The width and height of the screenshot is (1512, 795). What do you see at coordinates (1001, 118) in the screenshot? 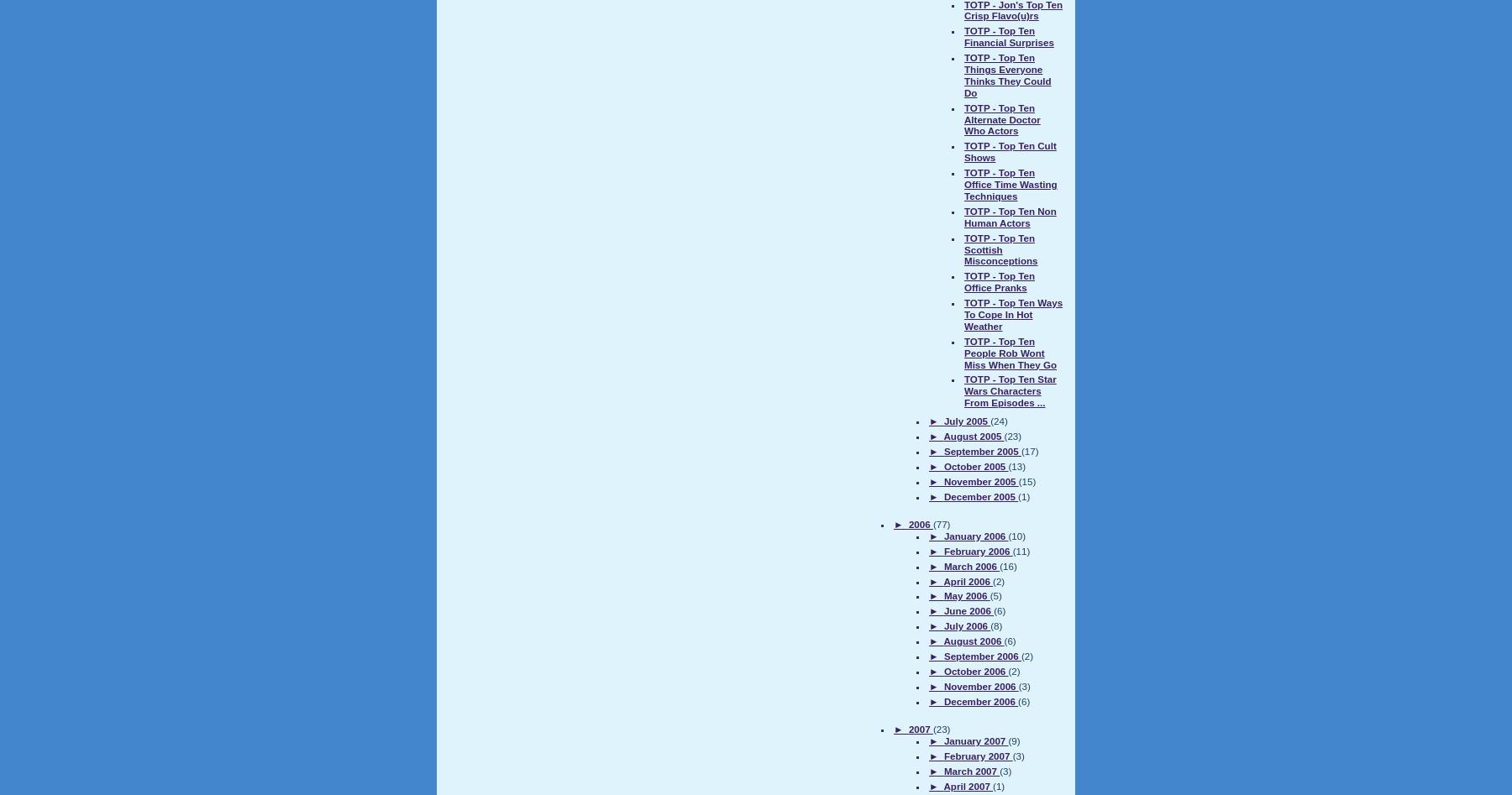
I see `'TOTP - Top Ten Alternate Doctor Who Actors'` at bounding box center [1001, 118].